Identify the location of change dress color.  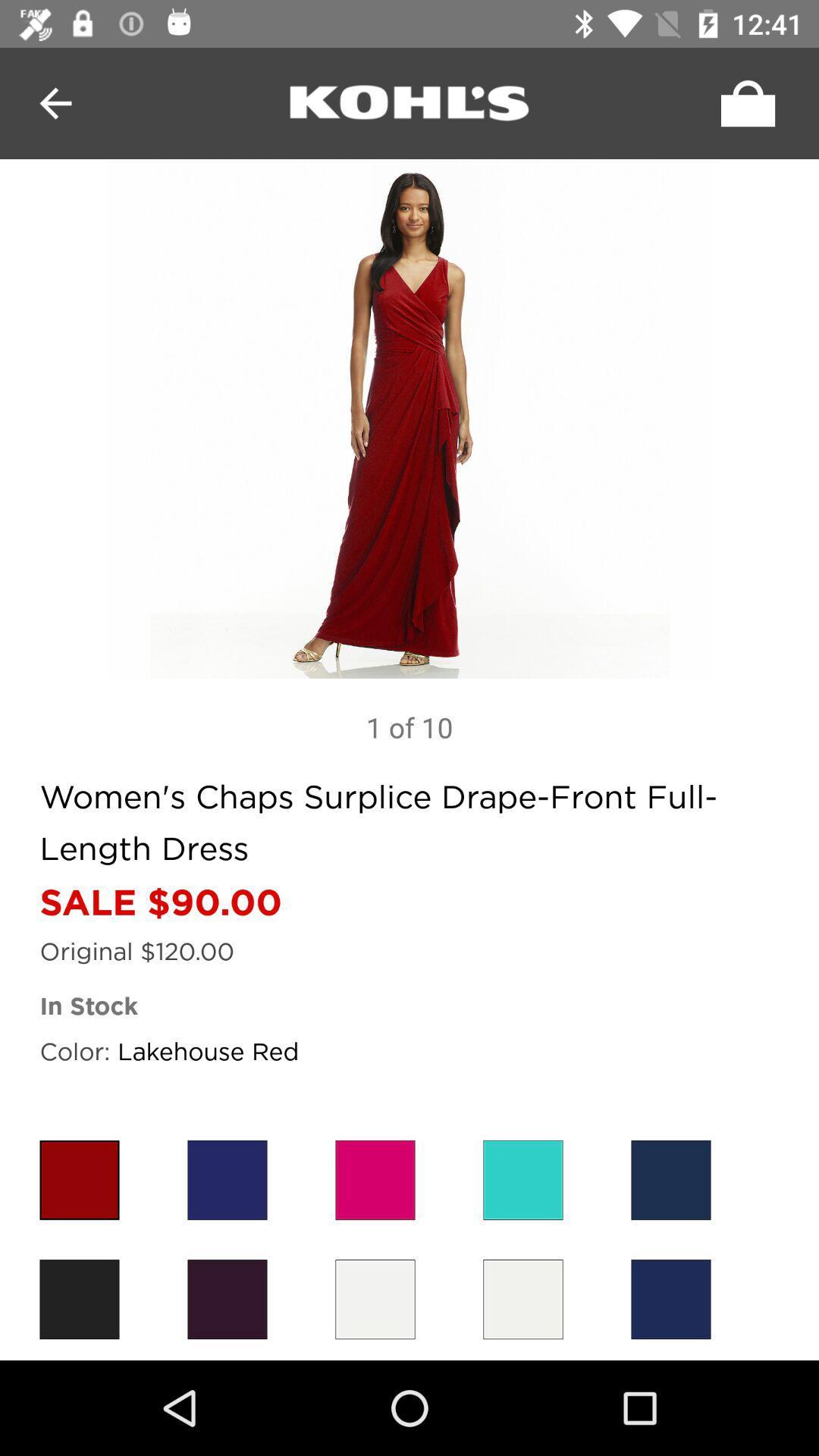
(79, 1298).